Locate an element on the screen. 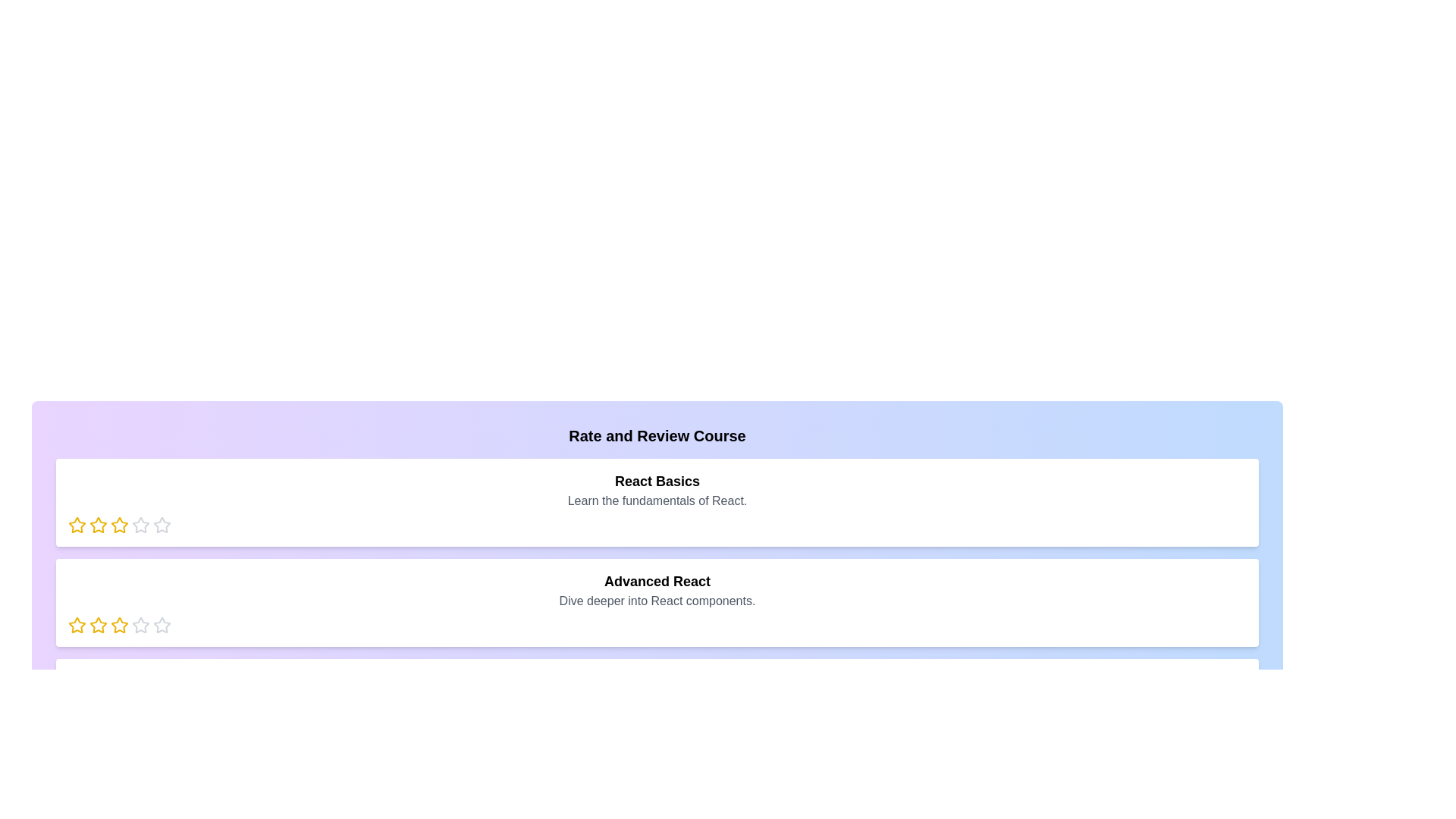 This screenshot has height=819, width=1456. the first star icon in the rating section of the 'Advanced React' course panel is located at coordinates (76, 626).